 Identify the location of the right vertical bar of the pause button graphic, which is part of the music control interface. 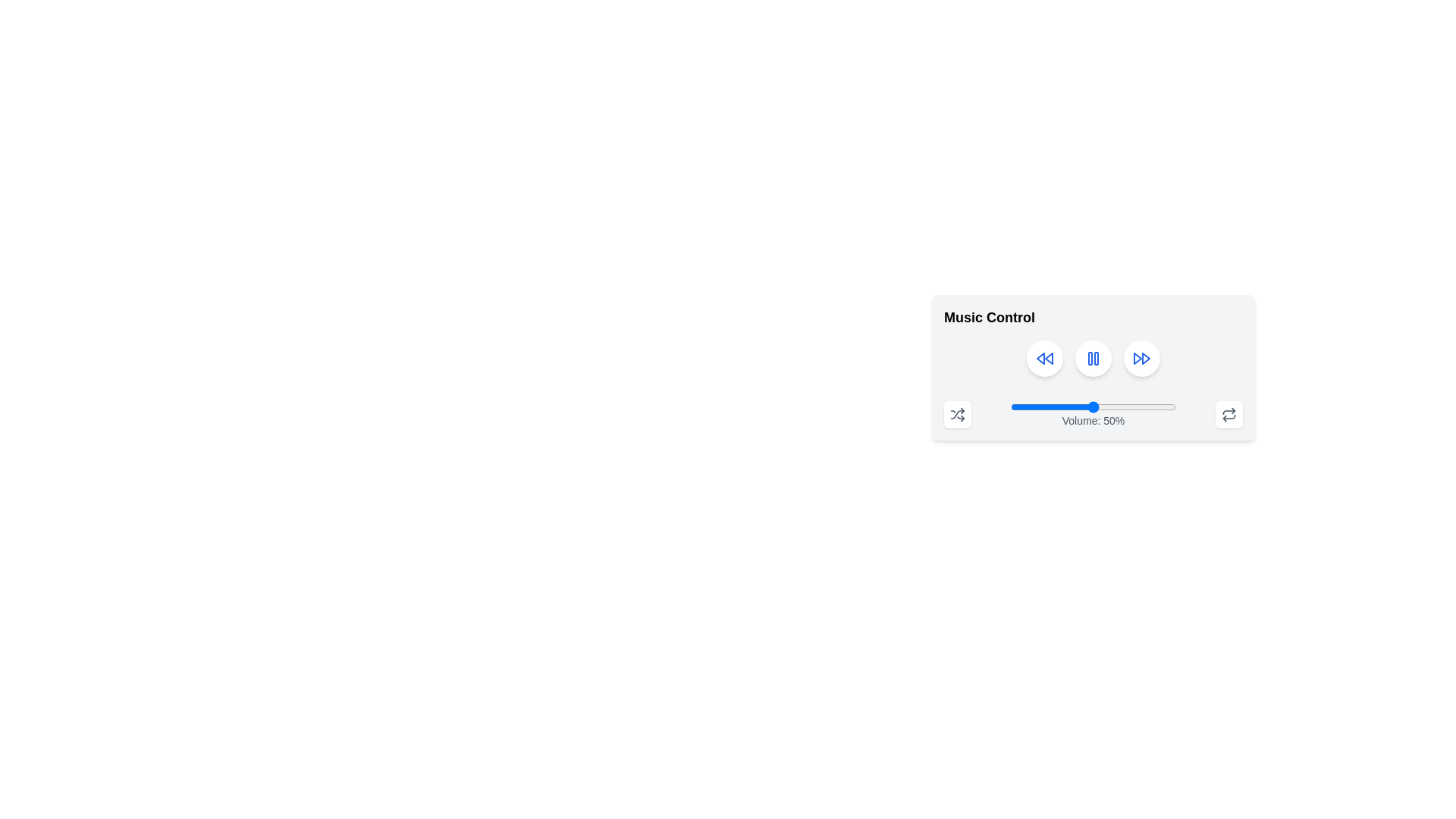
(1096, 359).